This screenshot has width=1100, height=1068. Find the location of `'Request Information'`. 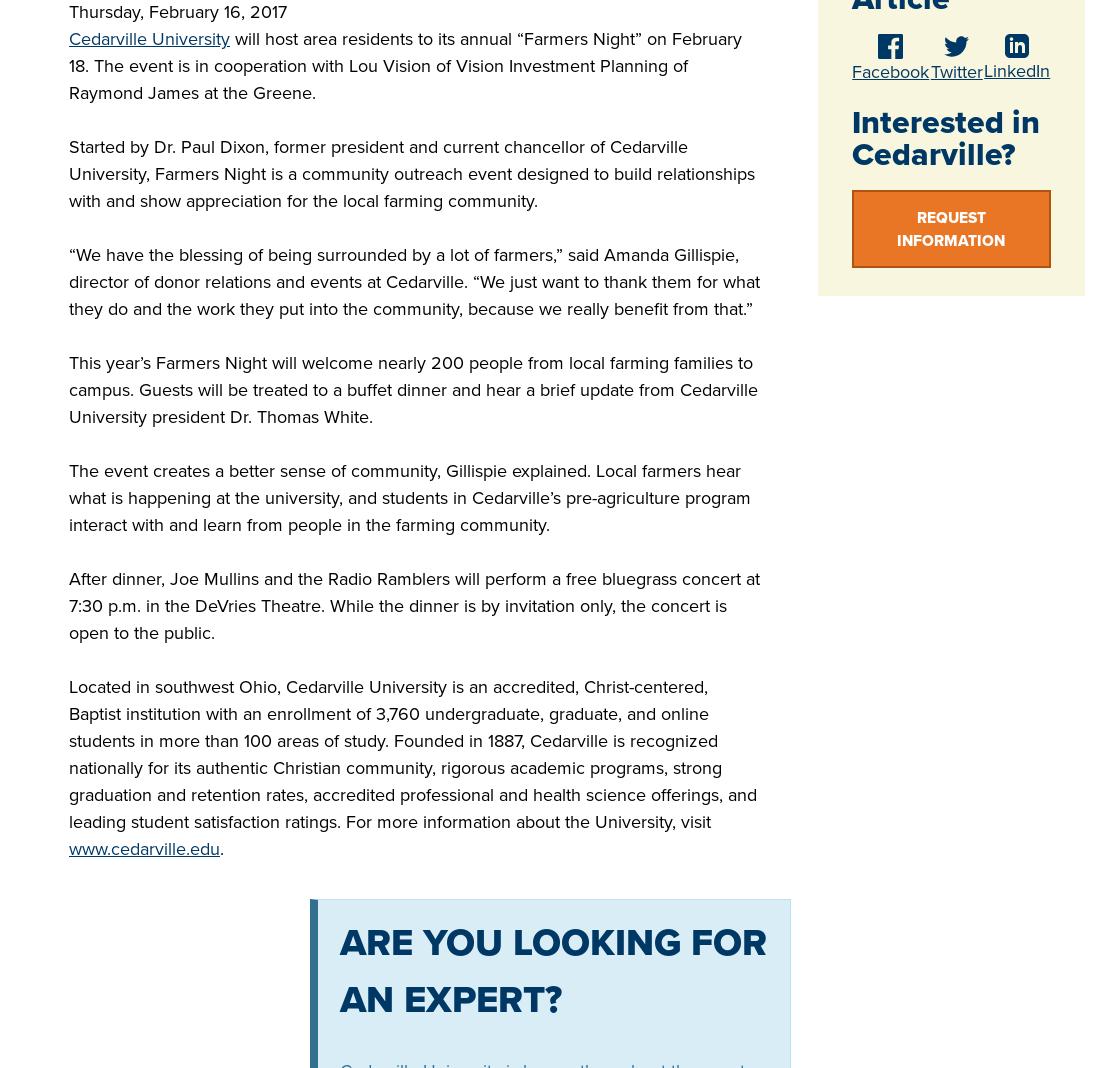

'Request Information' is located at coordinates (950, 228).